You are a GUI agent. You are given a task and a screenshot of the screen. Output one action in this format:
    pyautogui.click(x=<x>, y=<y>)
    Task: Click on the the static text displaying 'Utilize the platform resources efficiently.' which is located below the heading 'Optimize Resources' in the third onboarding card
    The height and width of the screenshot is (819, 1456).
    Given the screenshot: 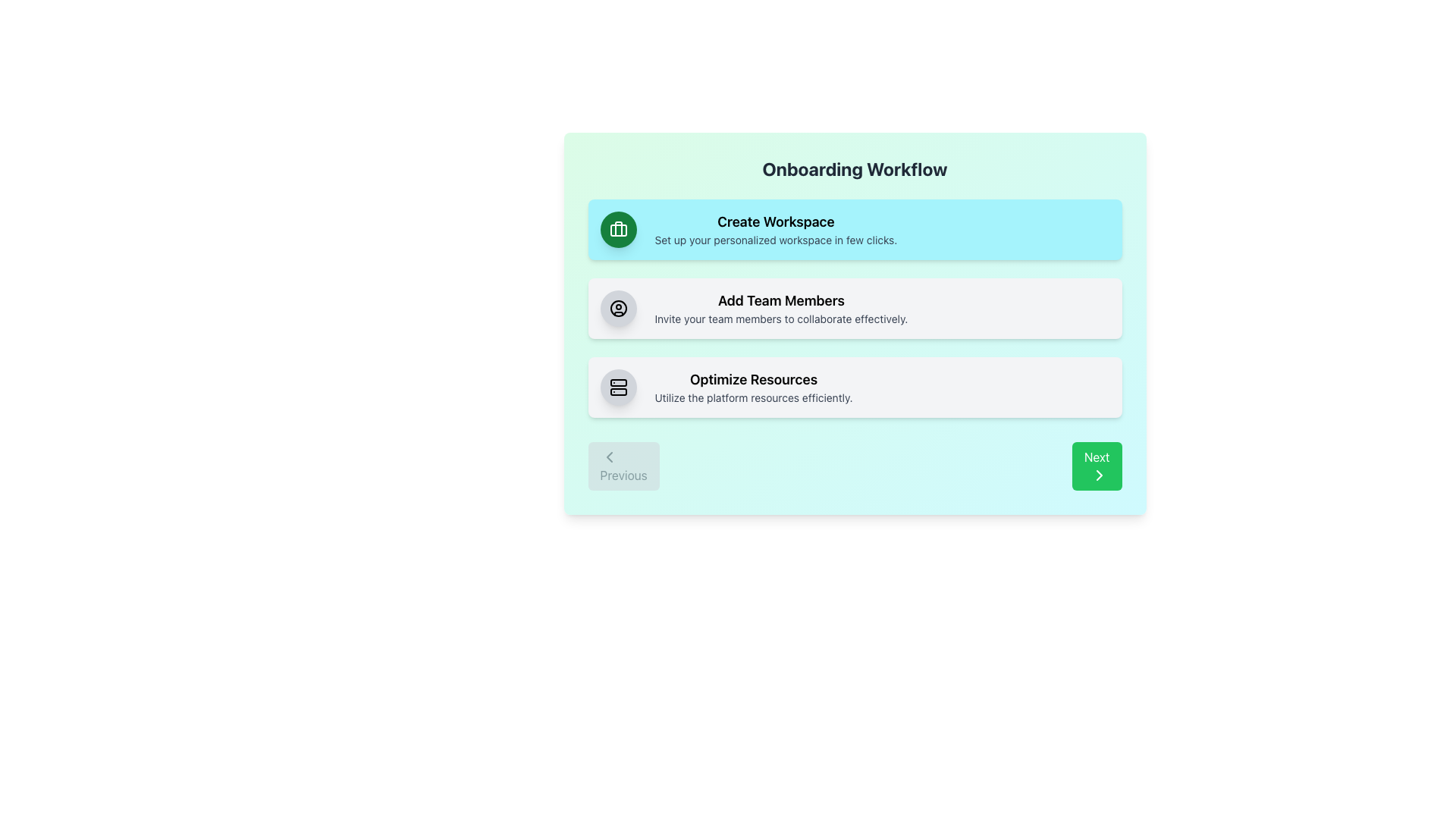 What is the action you would take?
    pyautogui.click(x=753, y=397)
    